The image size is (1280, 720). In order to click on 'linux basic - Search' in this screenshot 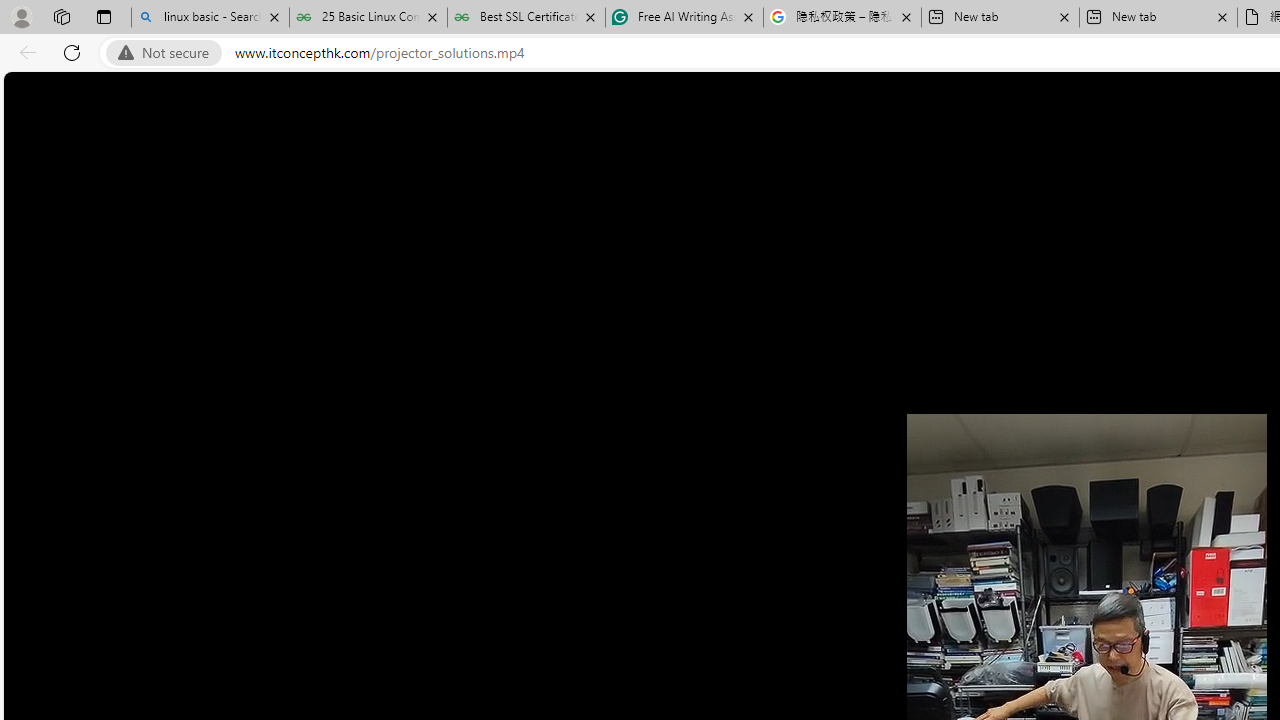, I will do `click(210, 17)`.